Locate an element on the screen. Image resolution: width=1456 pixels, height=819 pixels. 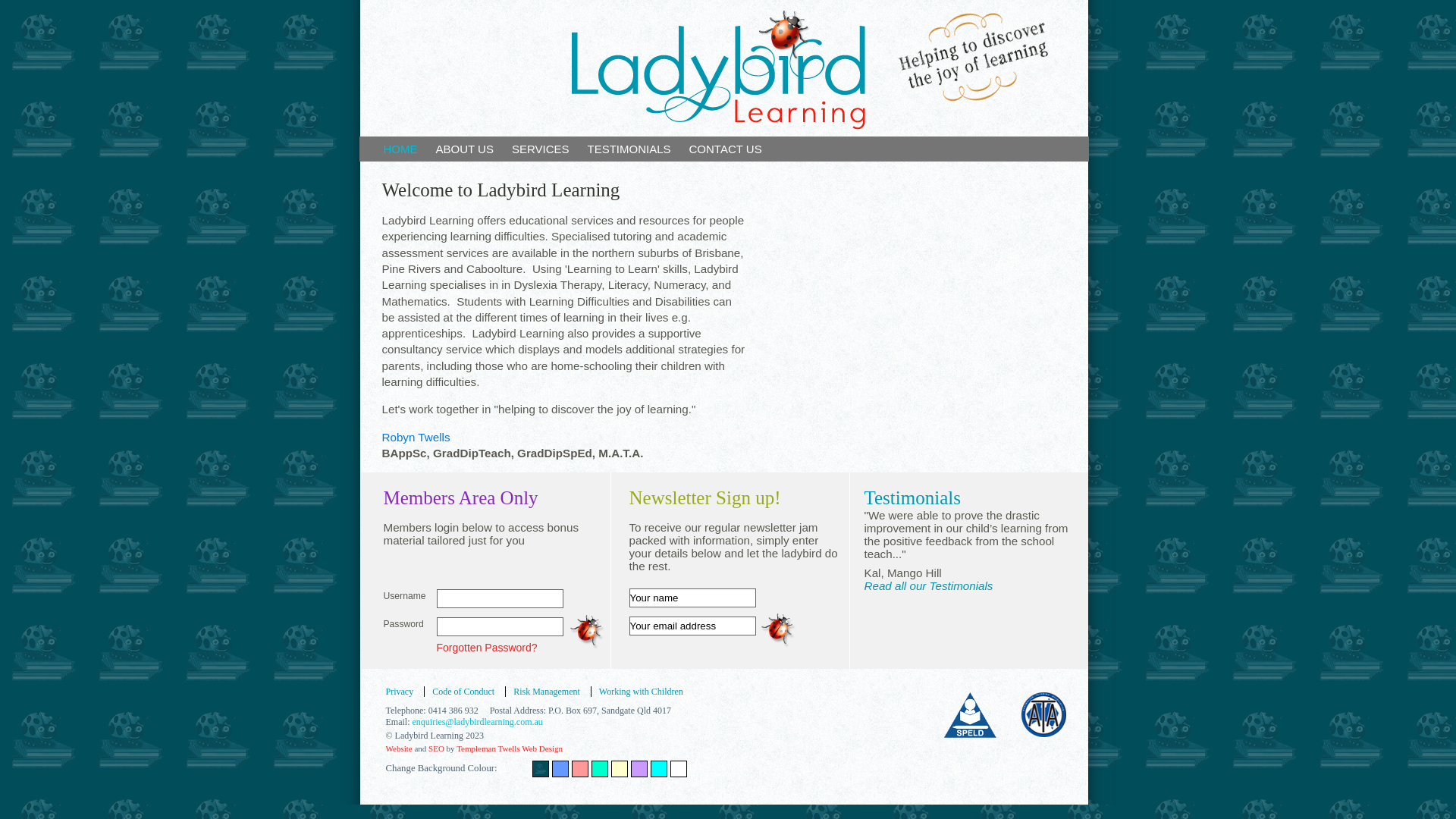
'Risk Management' is located at coordinates (546, 691).